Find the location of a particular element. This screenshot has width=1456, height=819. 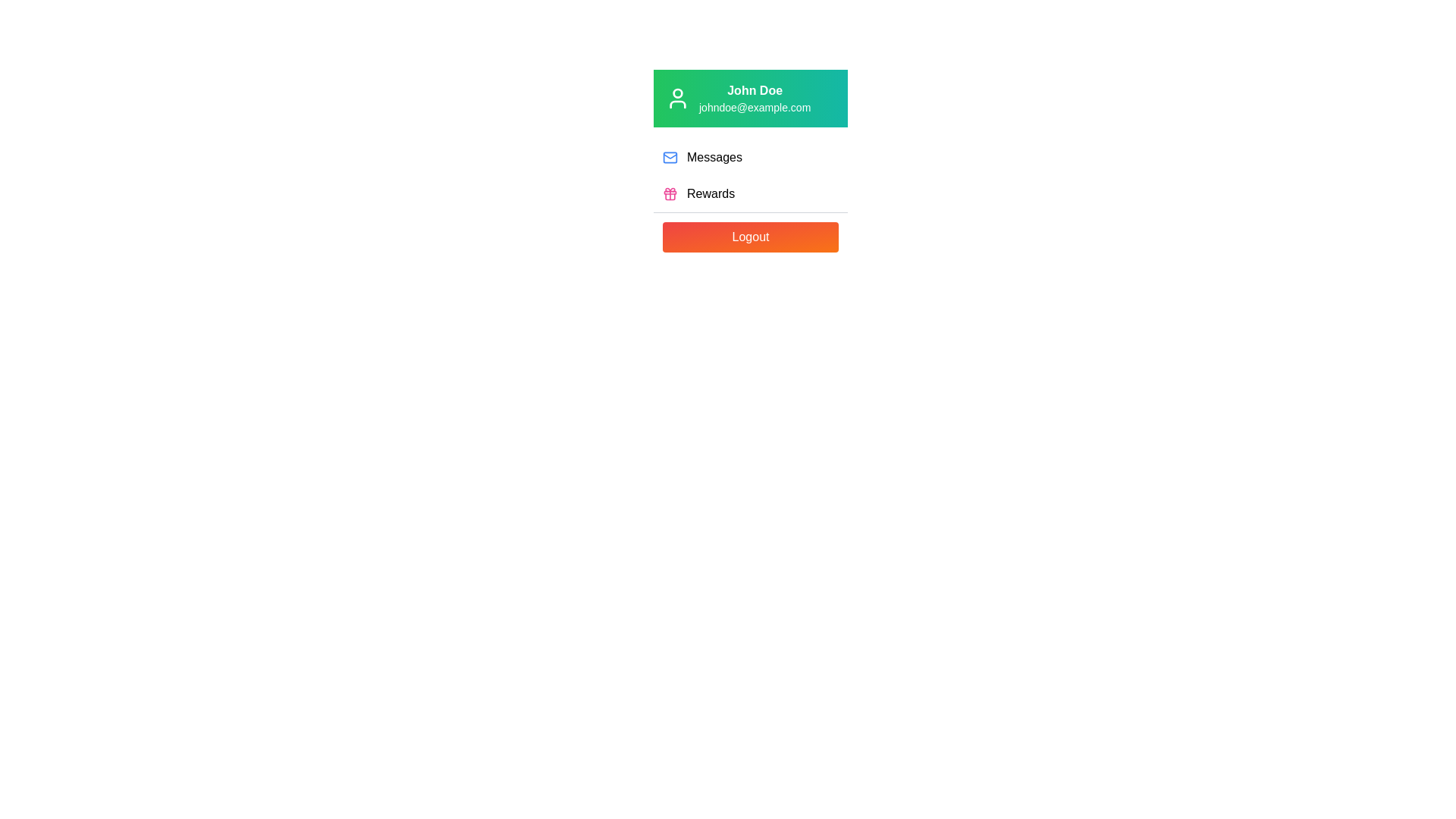

the pink-colored gift icon located within the 'Rewards' option of the vertical menu is located at coordinates (669, 193).